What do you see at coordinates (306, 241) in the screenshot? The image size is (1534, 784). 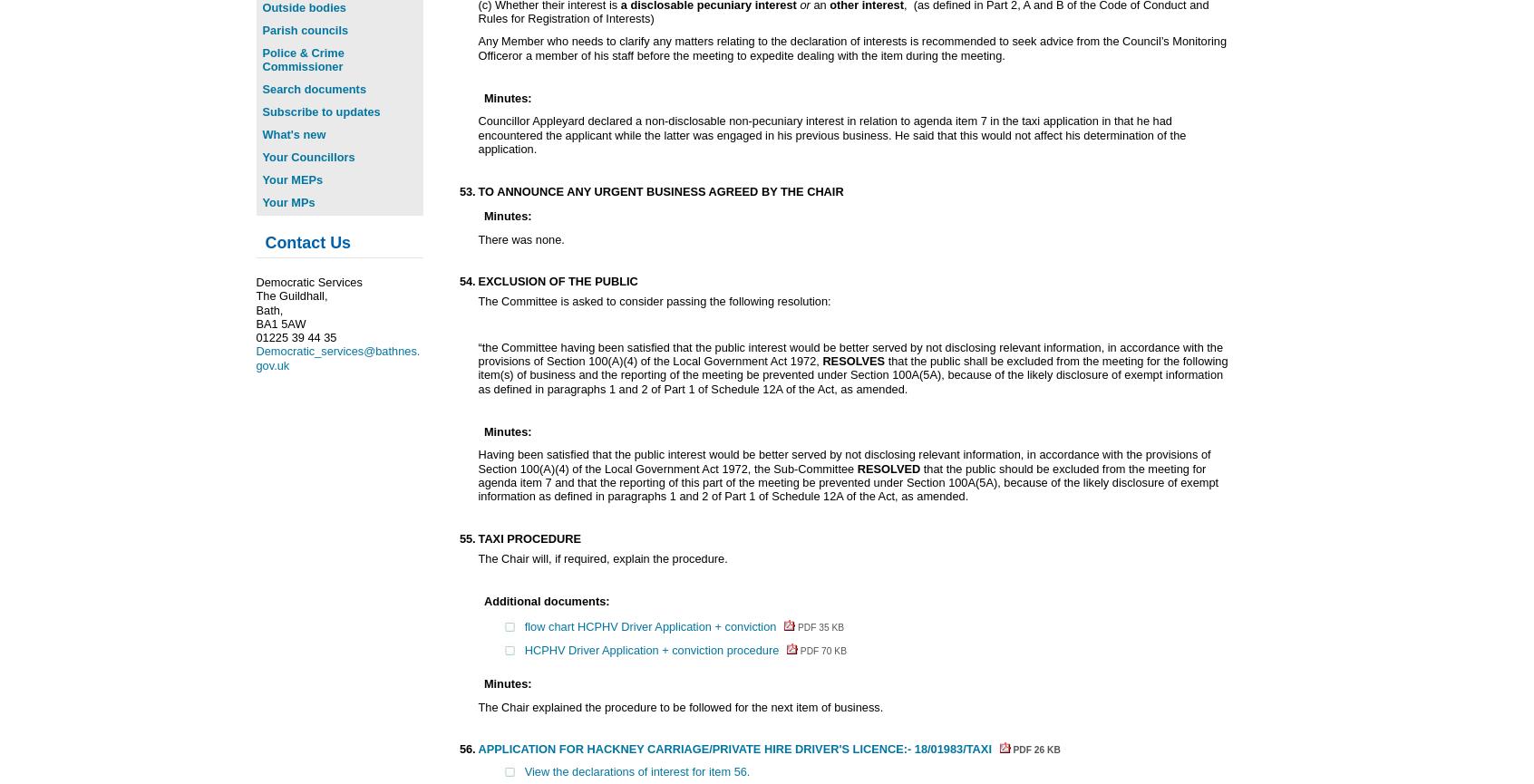 I see `'Contact Us'` at bounding box center [306, 241].